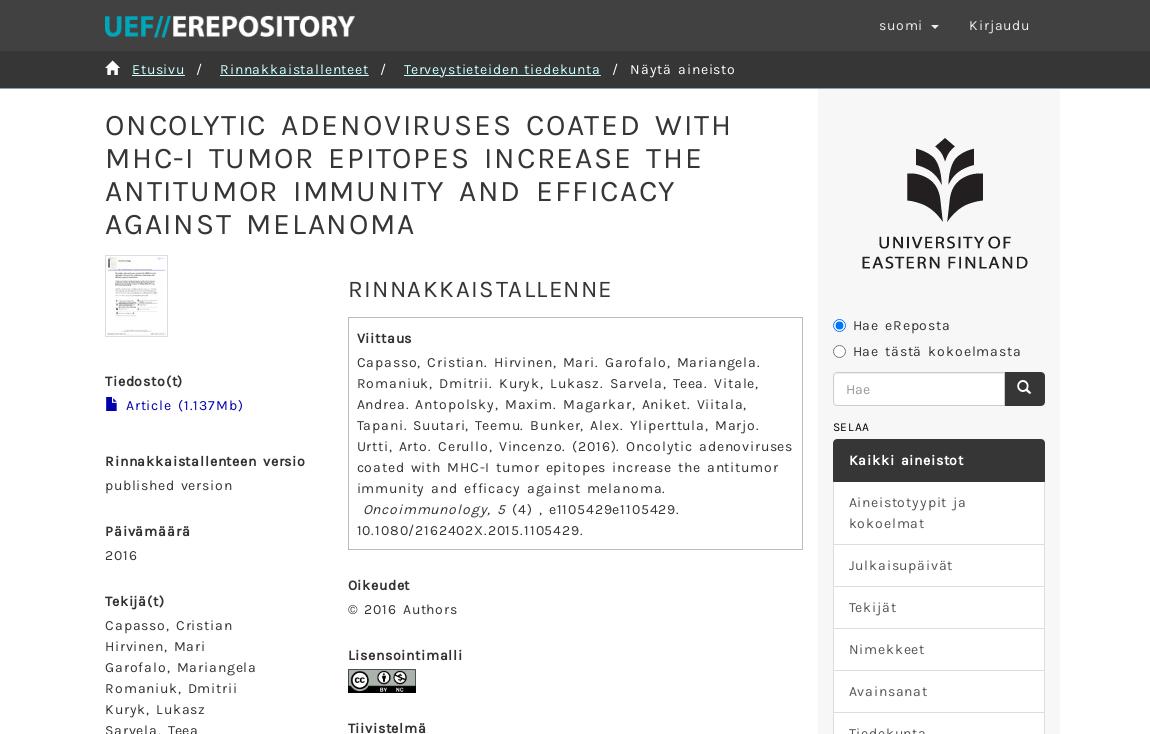 This screenshot has width=1150, height=734. Describe the element at coordinates (103, 461) in the screenshot. I see `'Rinnakkaistallenteen versio'` at that location.